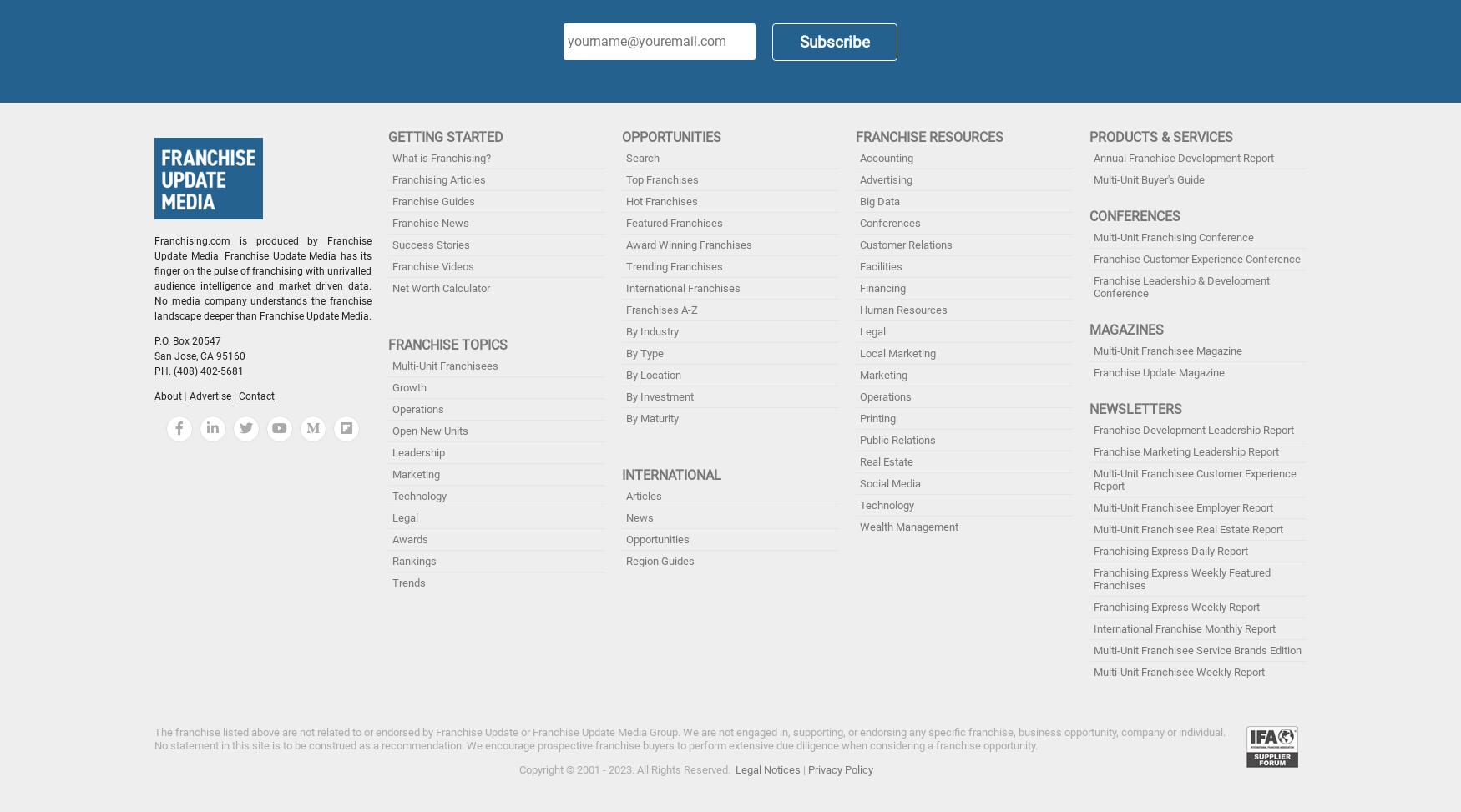  I want to click on 'Rankings', so click(414, 559).